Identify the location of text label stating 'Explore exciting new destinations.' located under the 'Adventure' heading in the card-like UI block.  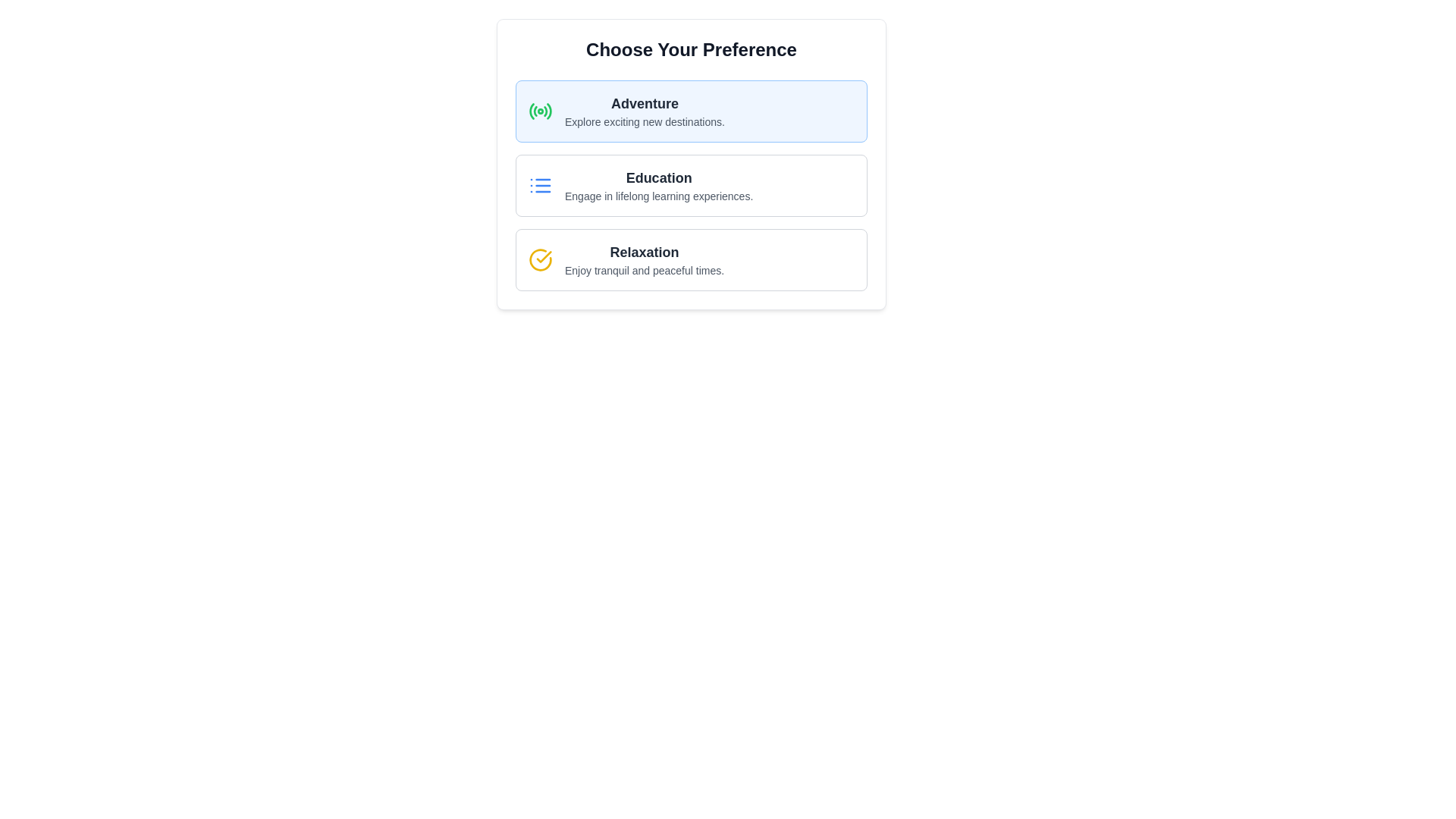
(645, 121).